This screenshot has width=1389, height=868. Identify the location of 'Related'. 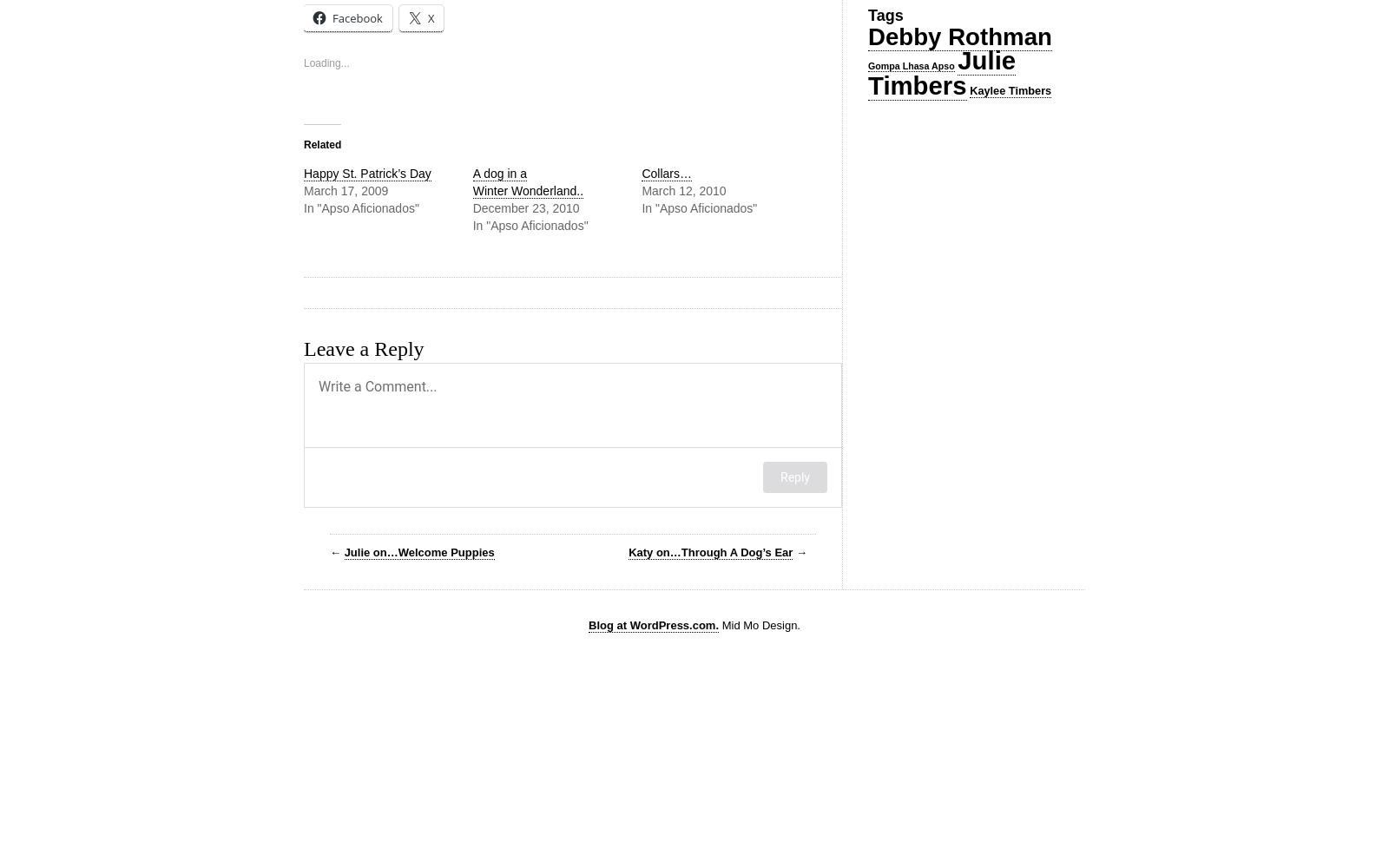
(304, 145).